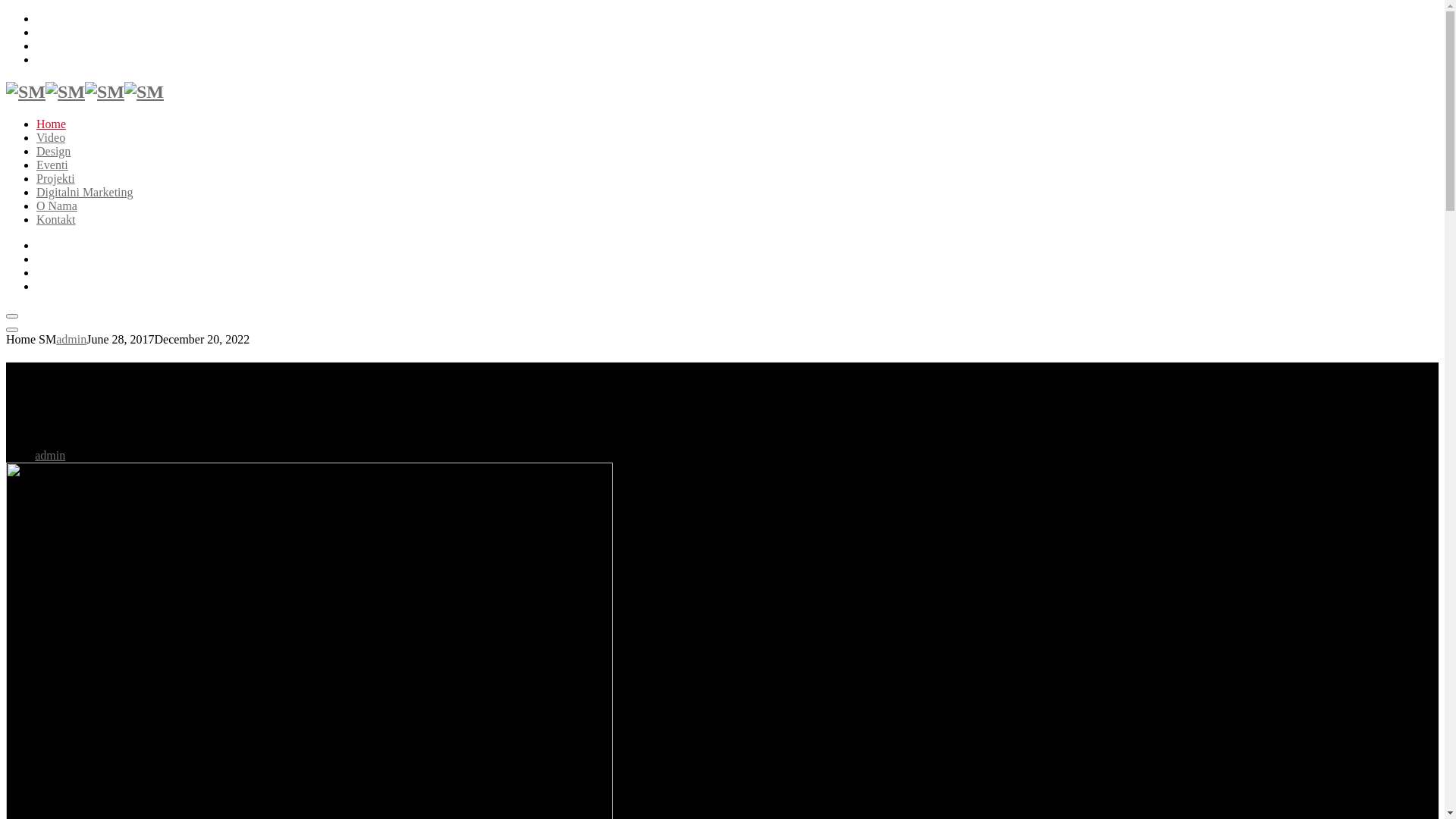  What do you see at coordinates (71, 338) in the screenshot?
I see `'admin'` at bounding box center [71, 338].